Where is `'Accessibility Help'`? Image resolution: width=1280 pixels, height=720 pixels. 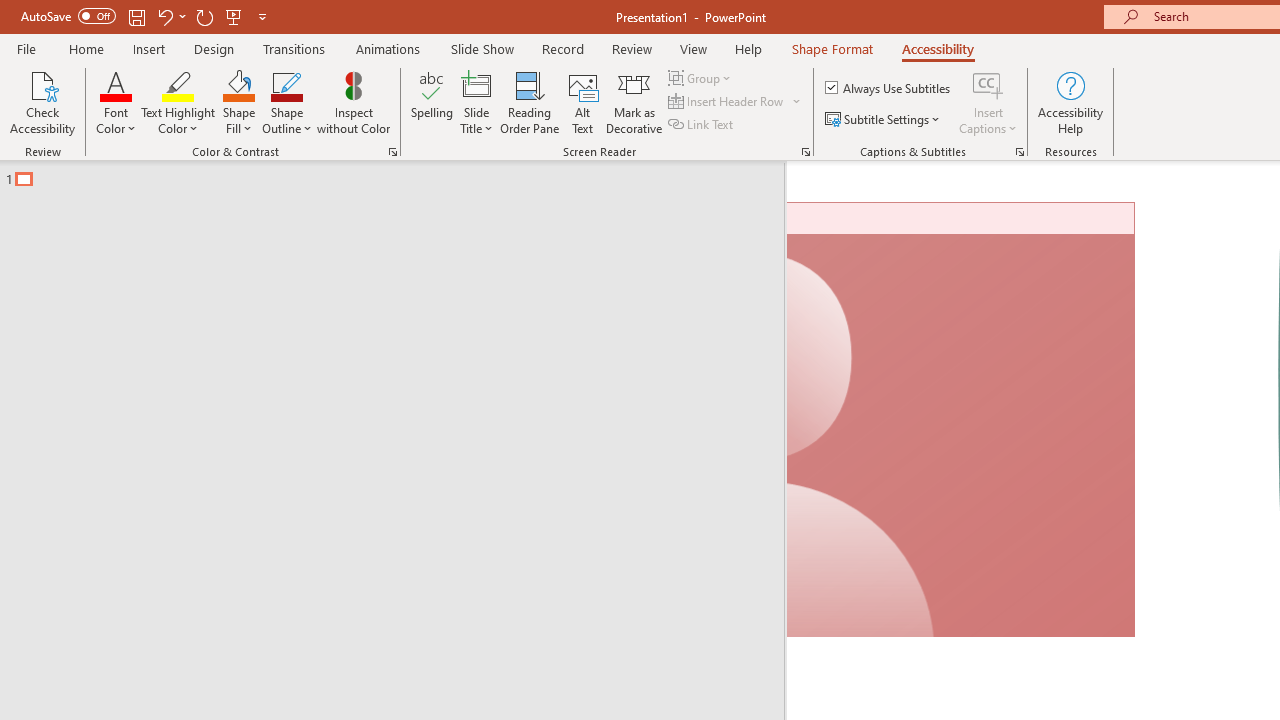
'Accessibility Help' is located at coordinates (1069, 103).